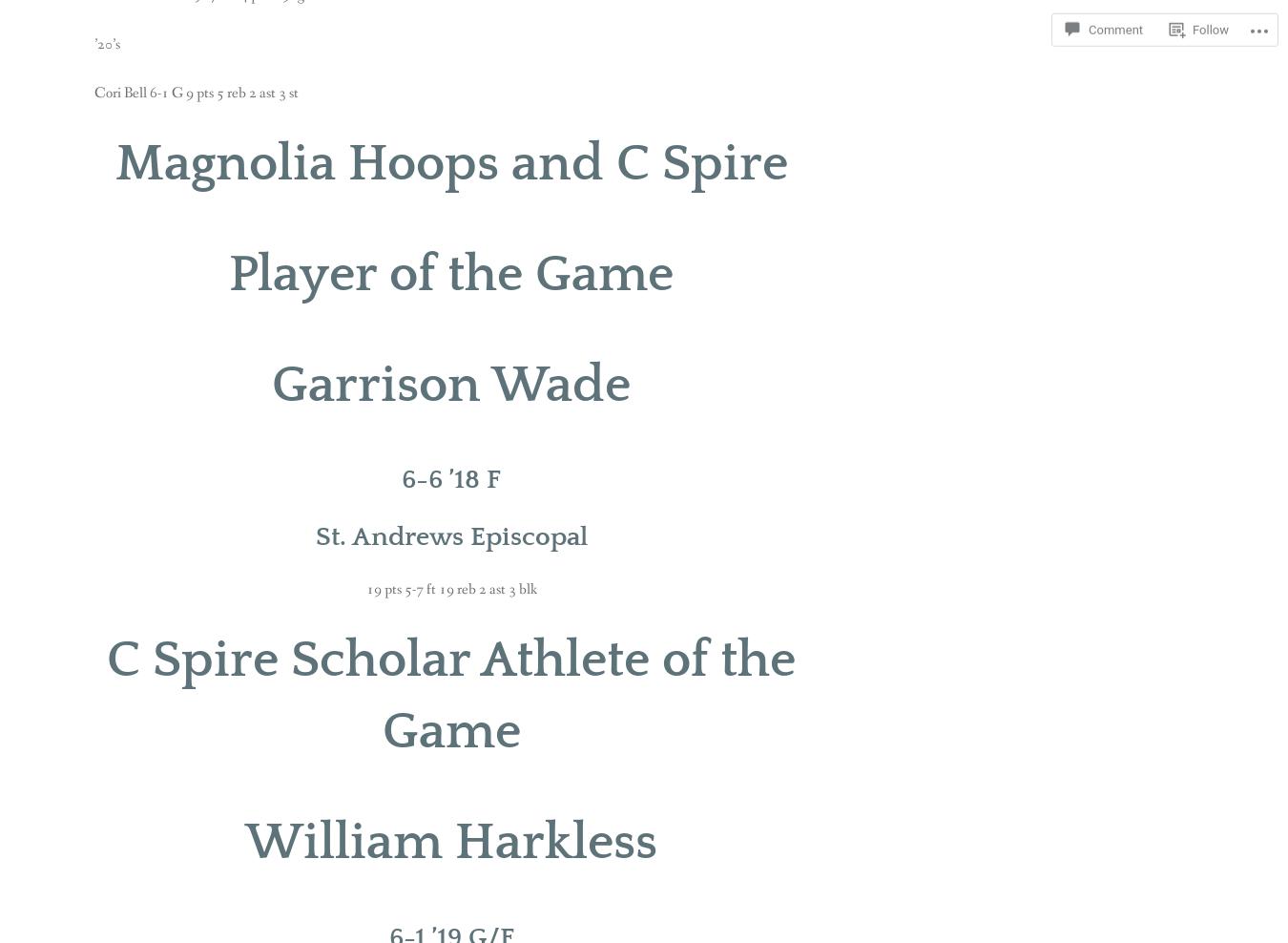 Image resolution: width=1288 pixels, height=943 pixels. What do you see at coordinates (450, 841) in the screenshot?
I see `'William Harkless'` at bounding box center [450, 841].